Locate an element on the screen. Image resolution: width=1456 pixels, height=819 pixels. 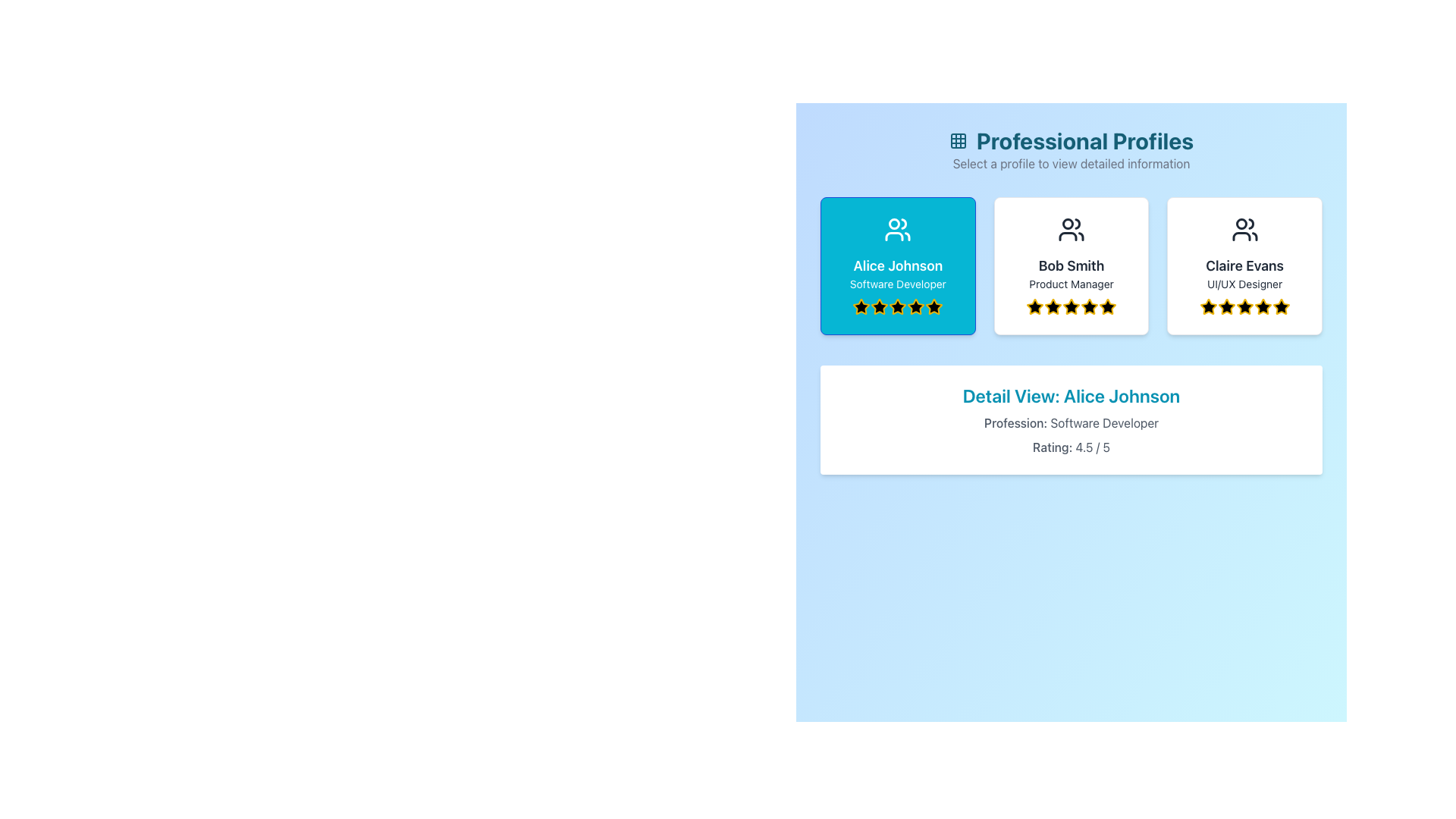
the first yellow star icon in the rating system below the 'Claire Evans' UI/UX Designer profile card is located at coordinates (1207, 307).